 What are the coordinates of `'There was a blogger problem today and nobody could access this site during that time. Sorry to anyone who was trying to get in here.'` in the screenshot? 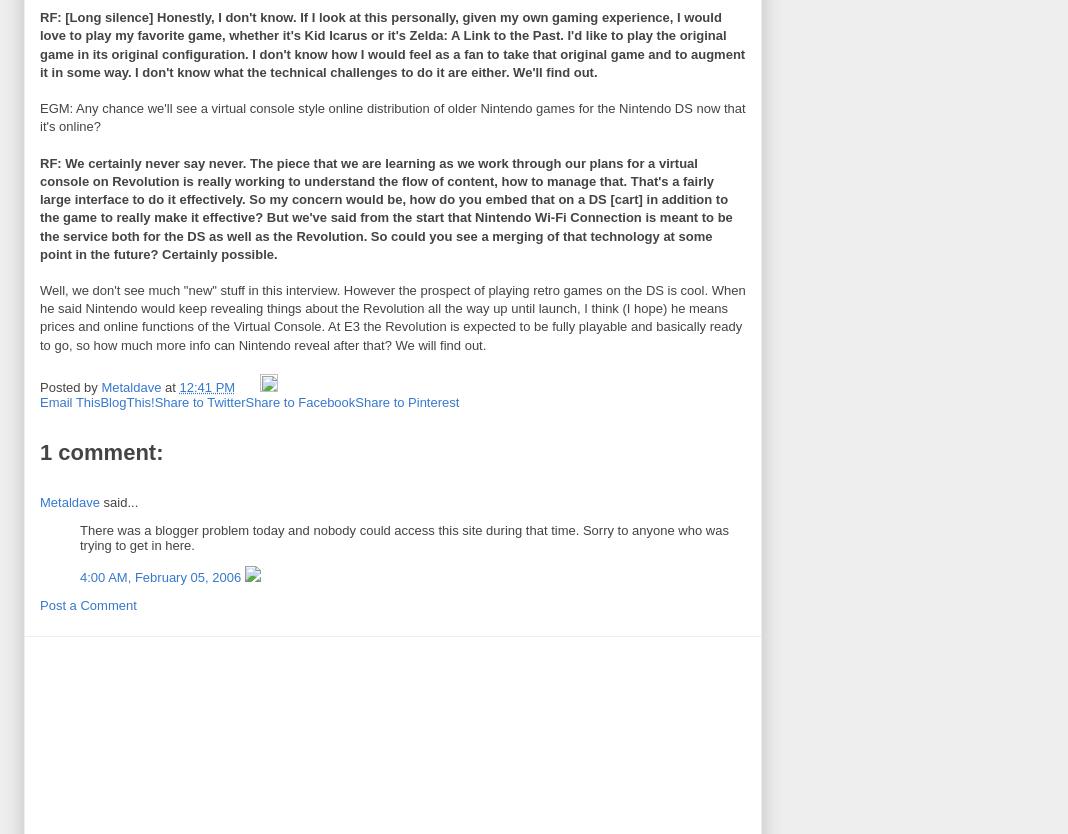 It's located at (78, 536).